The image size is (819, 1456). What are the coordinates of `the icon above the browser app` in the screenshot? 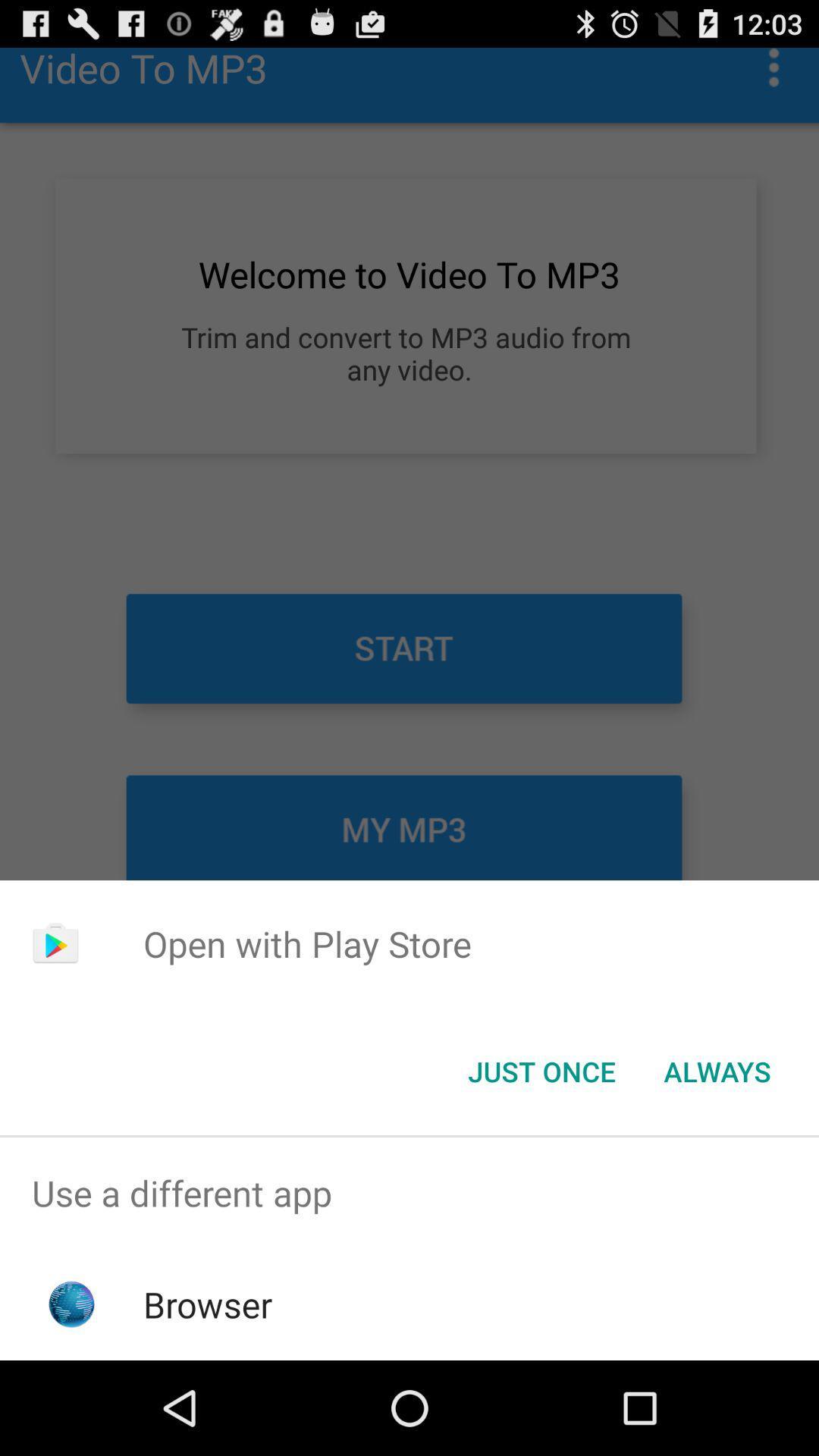 It's located at (409, 1192).